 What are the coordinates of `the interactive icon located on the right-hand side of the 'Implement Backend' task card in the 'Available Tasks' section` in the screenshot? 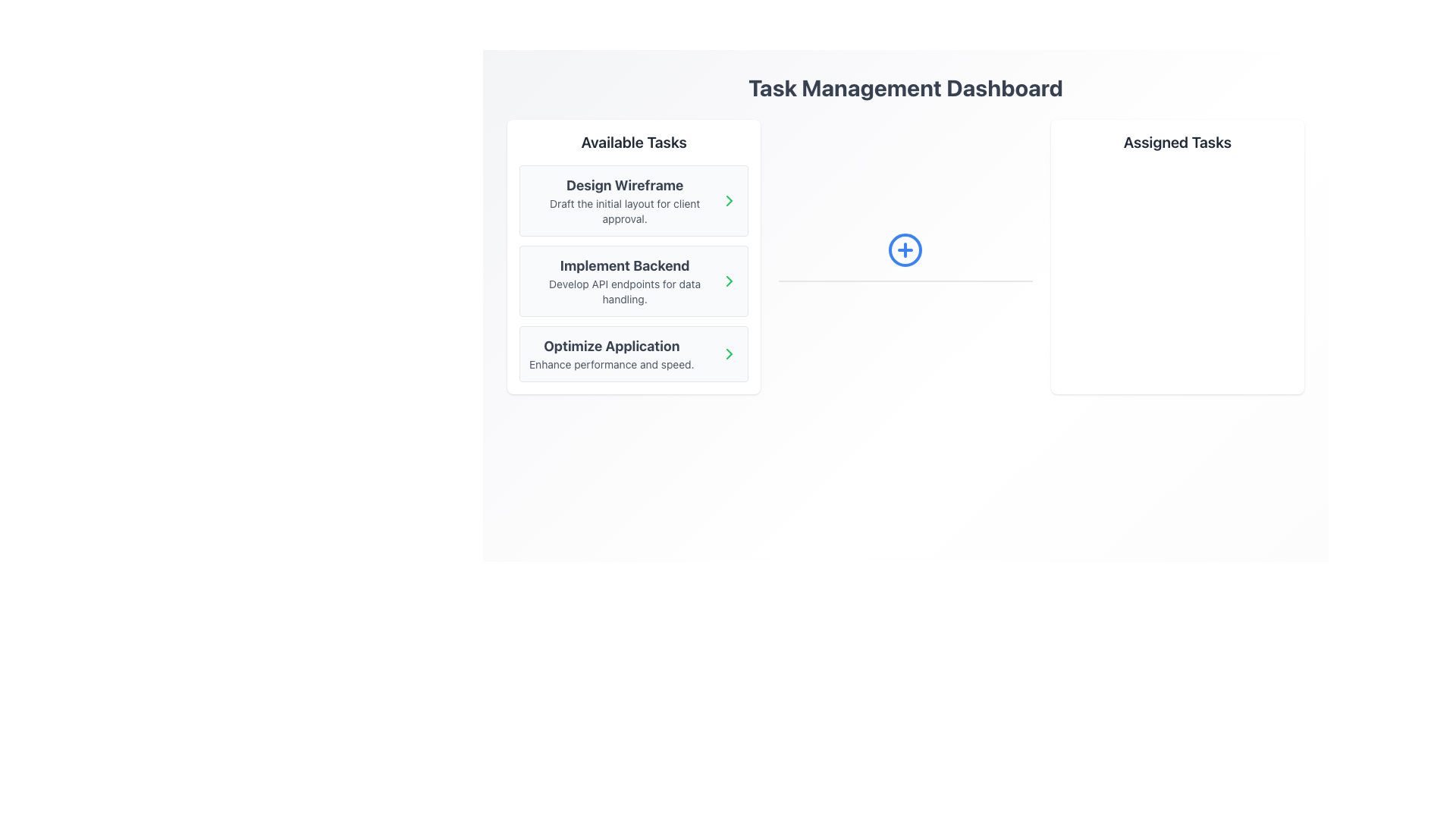 It's located at (730, 281).